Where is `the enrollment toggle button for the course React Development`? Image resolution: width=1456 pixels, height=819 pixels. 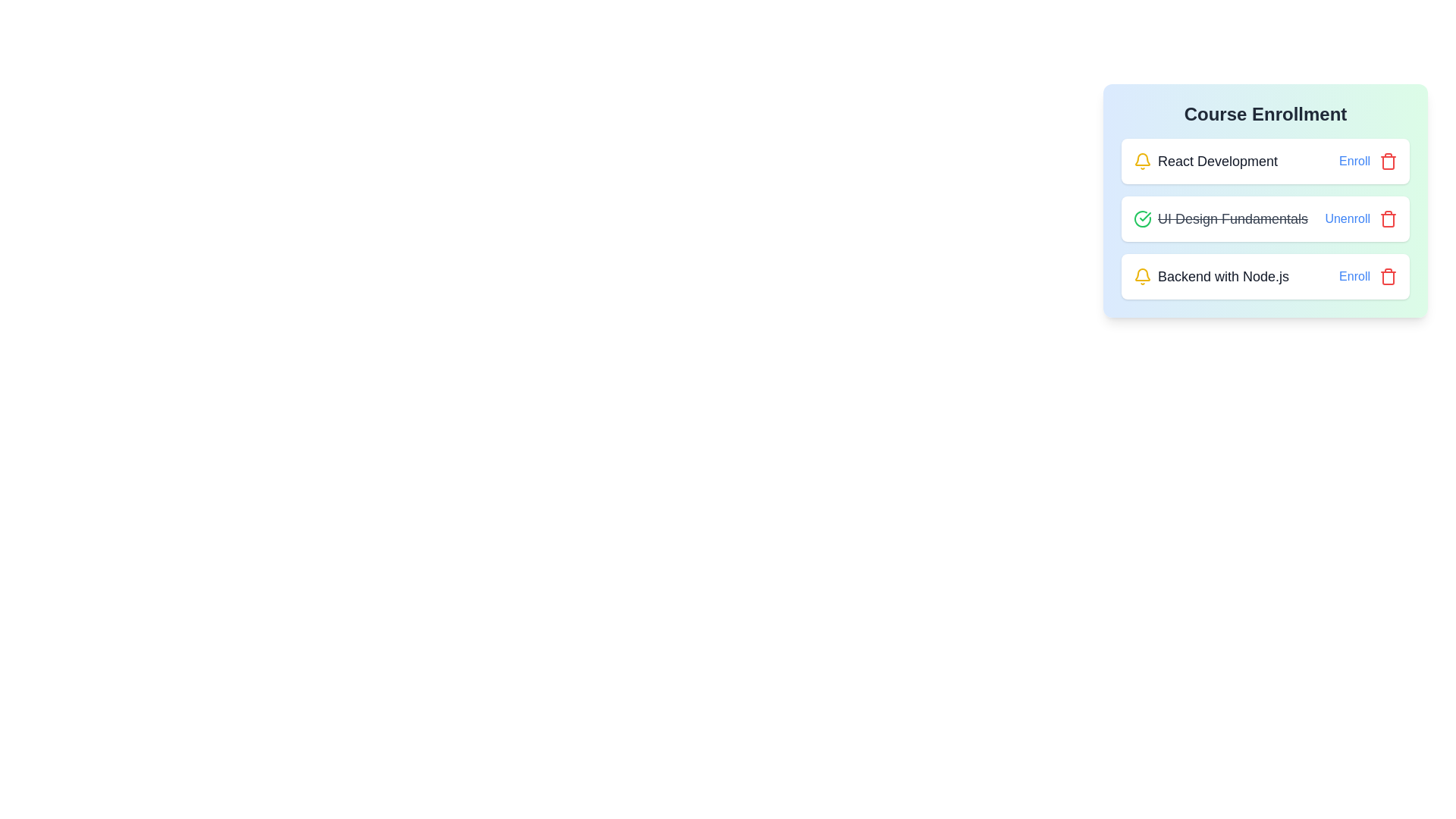
the enrollment toggle button for the course React Development is located at coordinates (1354, 161).